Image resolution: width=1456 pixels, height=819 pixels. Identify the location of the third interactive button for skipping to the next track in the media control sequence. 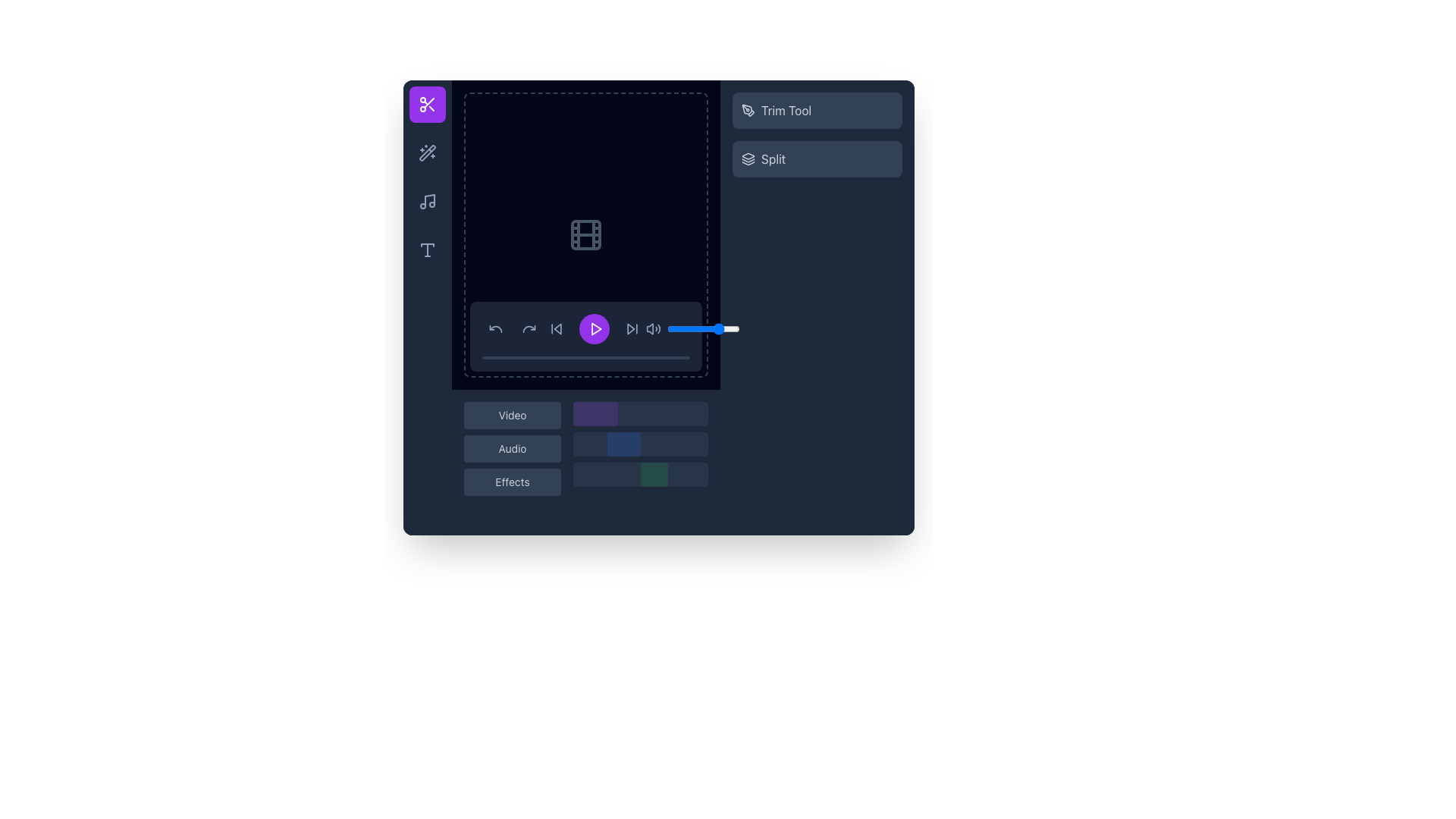
(632, 328).